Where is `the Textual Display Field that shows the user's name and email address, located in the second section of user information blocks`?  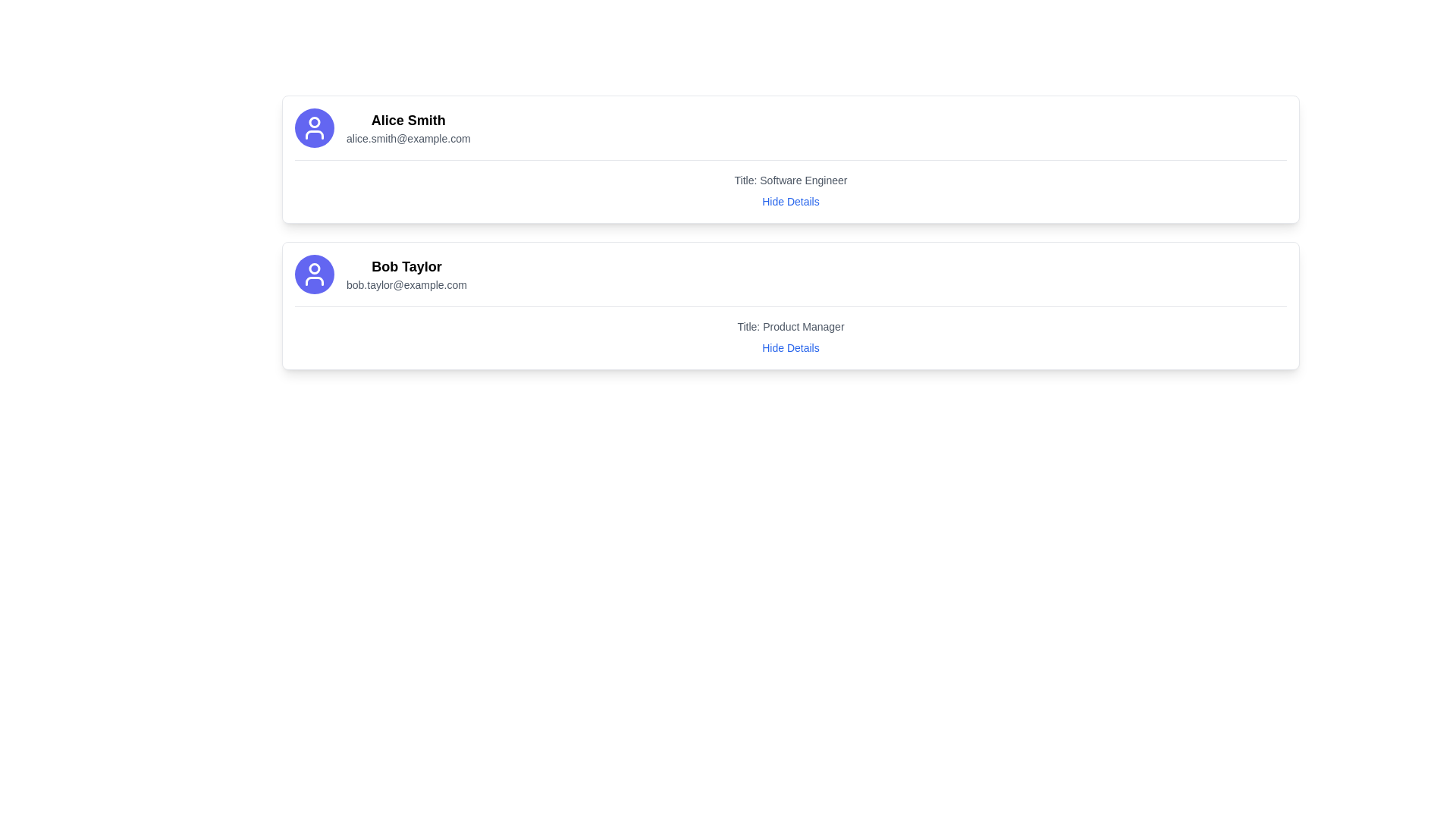
the Textual Display Field that shows the user's name and email address, located in the second section of user information blocks is located at coordinates (406, 275).